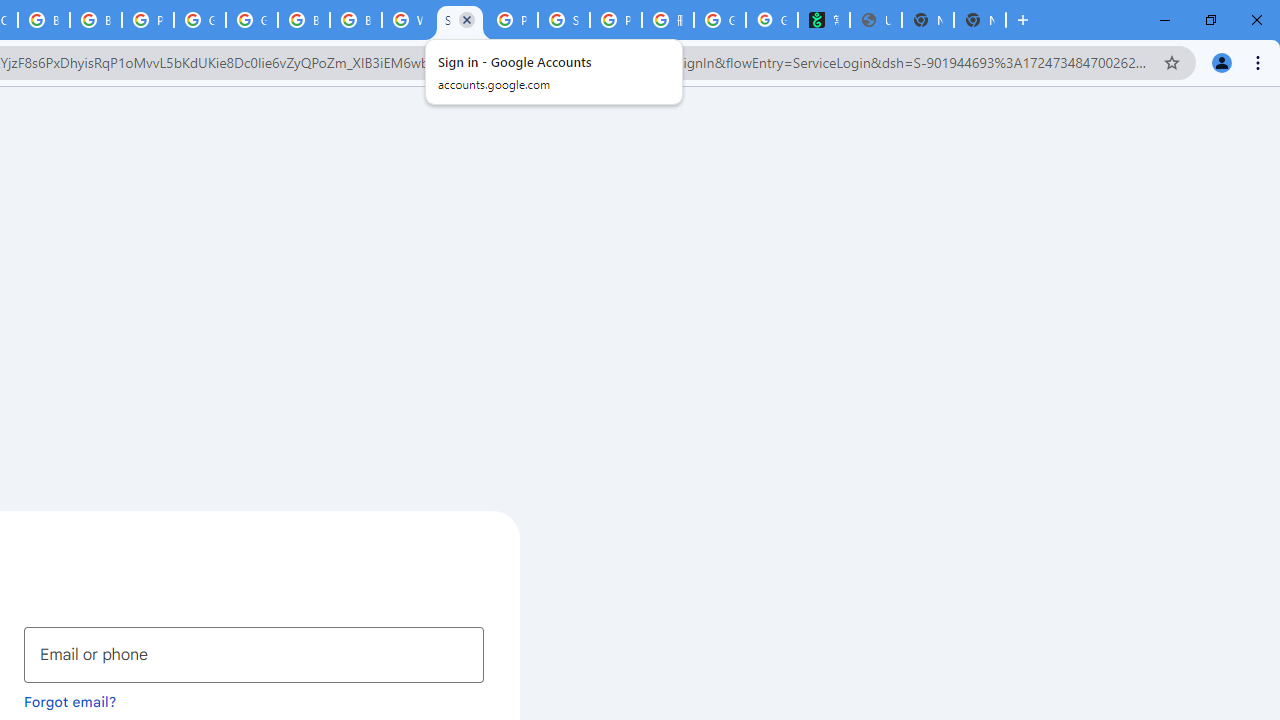  Describe the element at coordinates (303, 20) in the screenshot. I see `'Browse Chrome as a guest - Computer - Google Chrome Help'` at that location.